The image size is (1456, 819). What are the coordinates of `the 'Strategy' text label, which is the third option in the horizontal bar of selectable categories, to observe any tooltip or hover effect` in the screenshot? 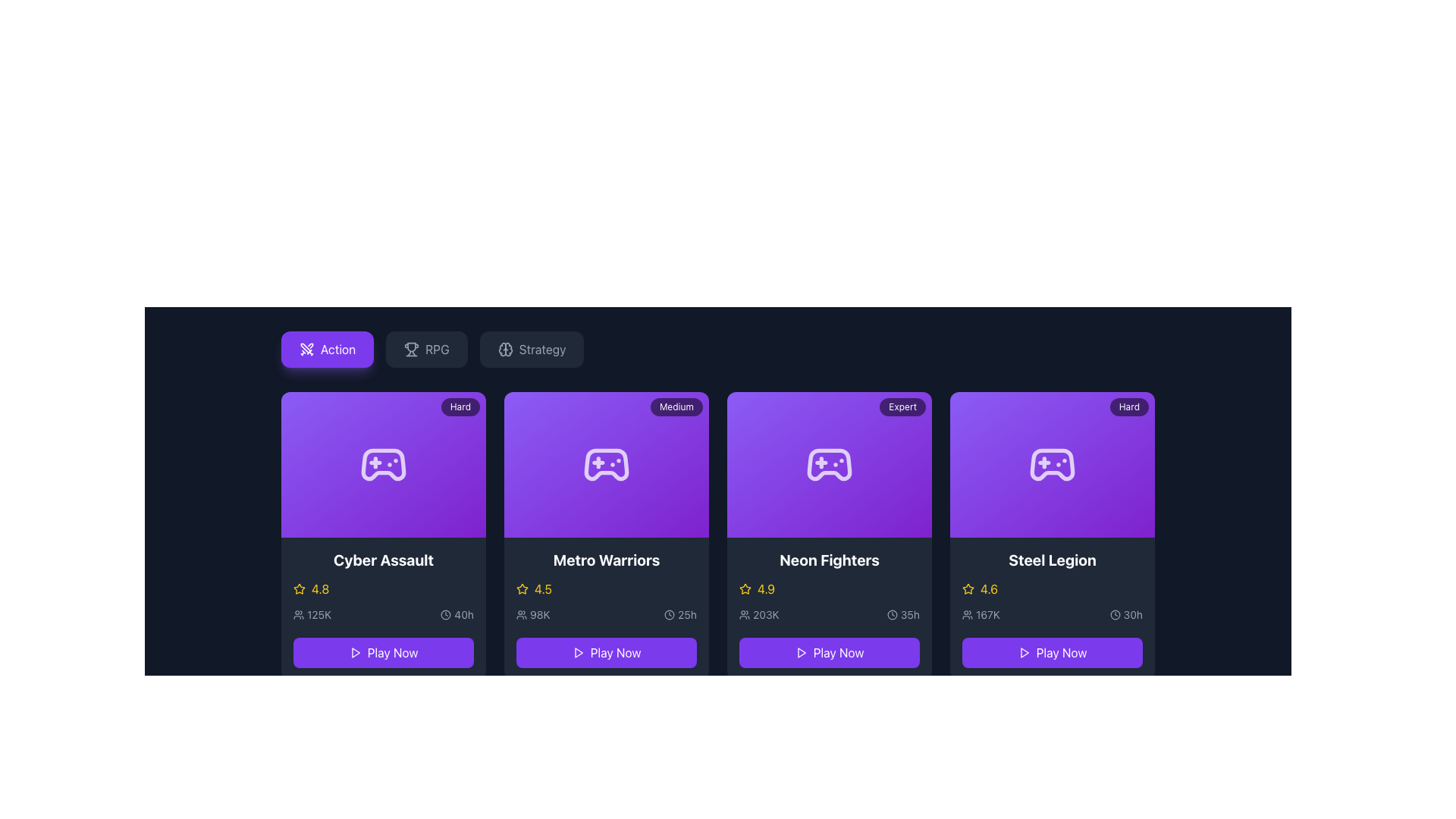 It's located at (542, 350).